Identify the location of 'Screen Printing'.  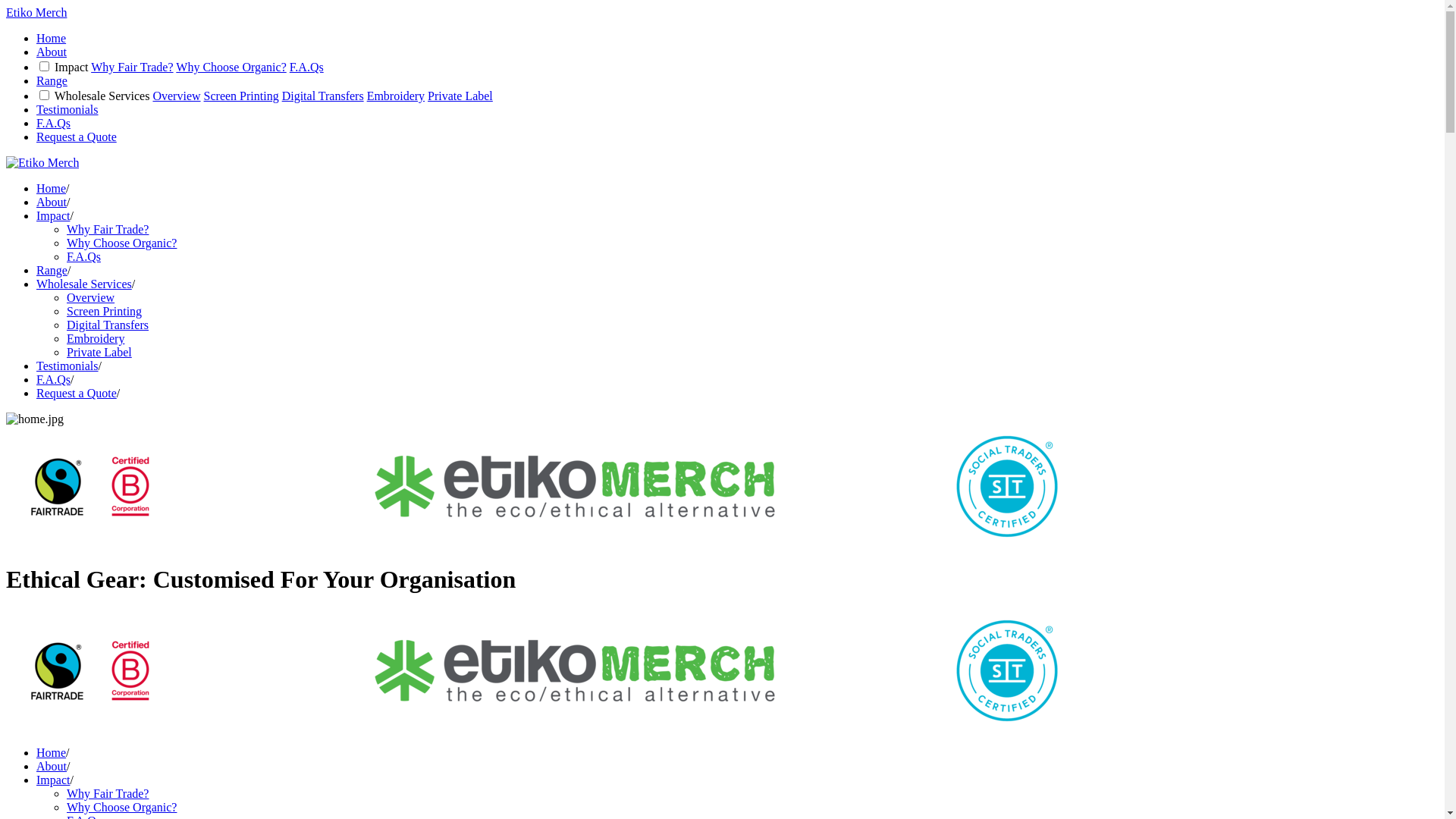
(103, 310).